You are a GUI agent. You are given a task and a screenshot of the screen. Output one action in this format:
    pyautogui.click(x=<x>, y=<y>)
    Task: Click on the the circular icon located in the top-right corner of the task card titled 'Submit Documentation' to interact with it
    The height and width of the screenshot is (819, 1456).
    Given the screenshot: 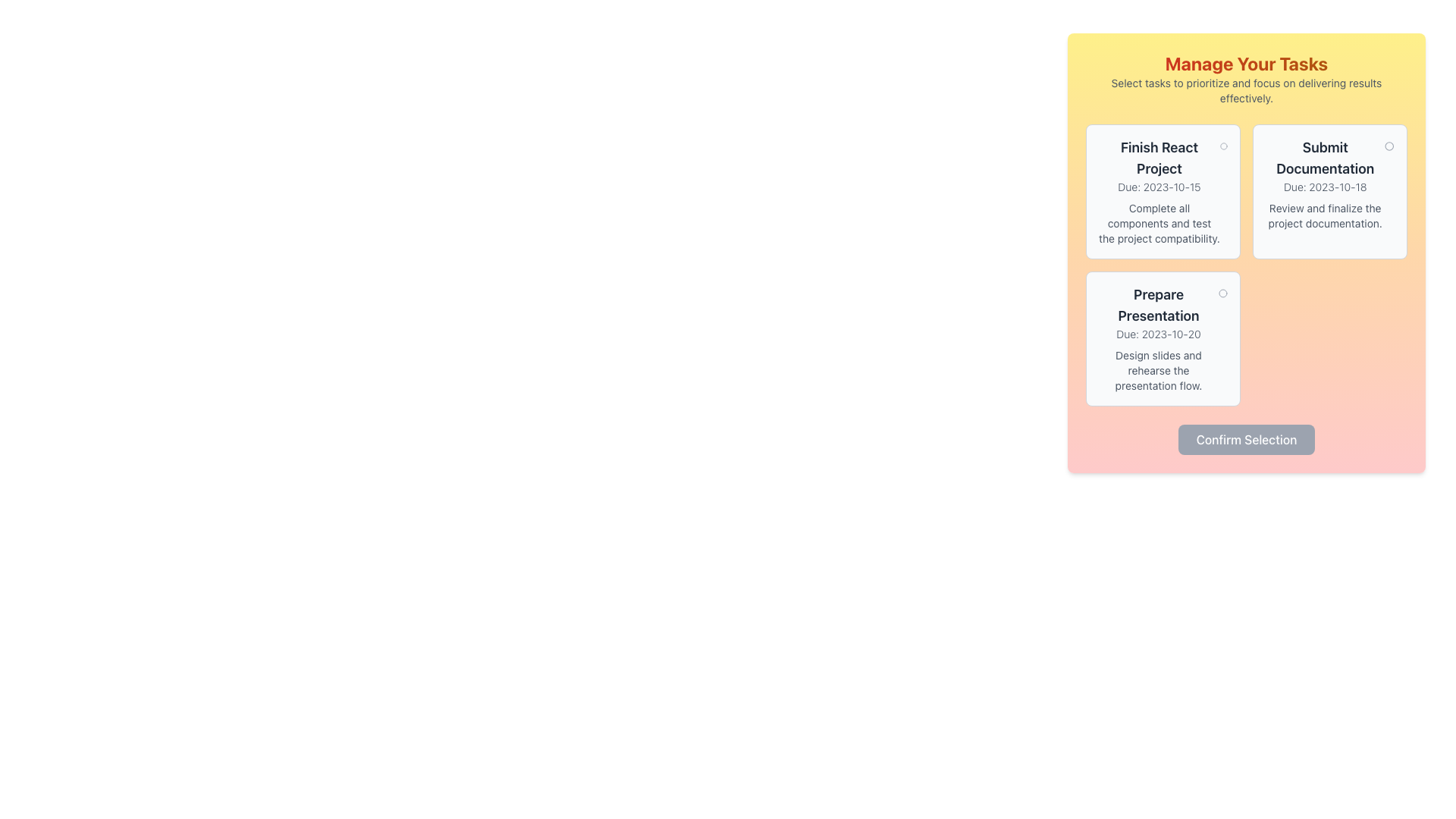 What is the action you would take?
    pyautogui.click(x=1389, y=146)
    